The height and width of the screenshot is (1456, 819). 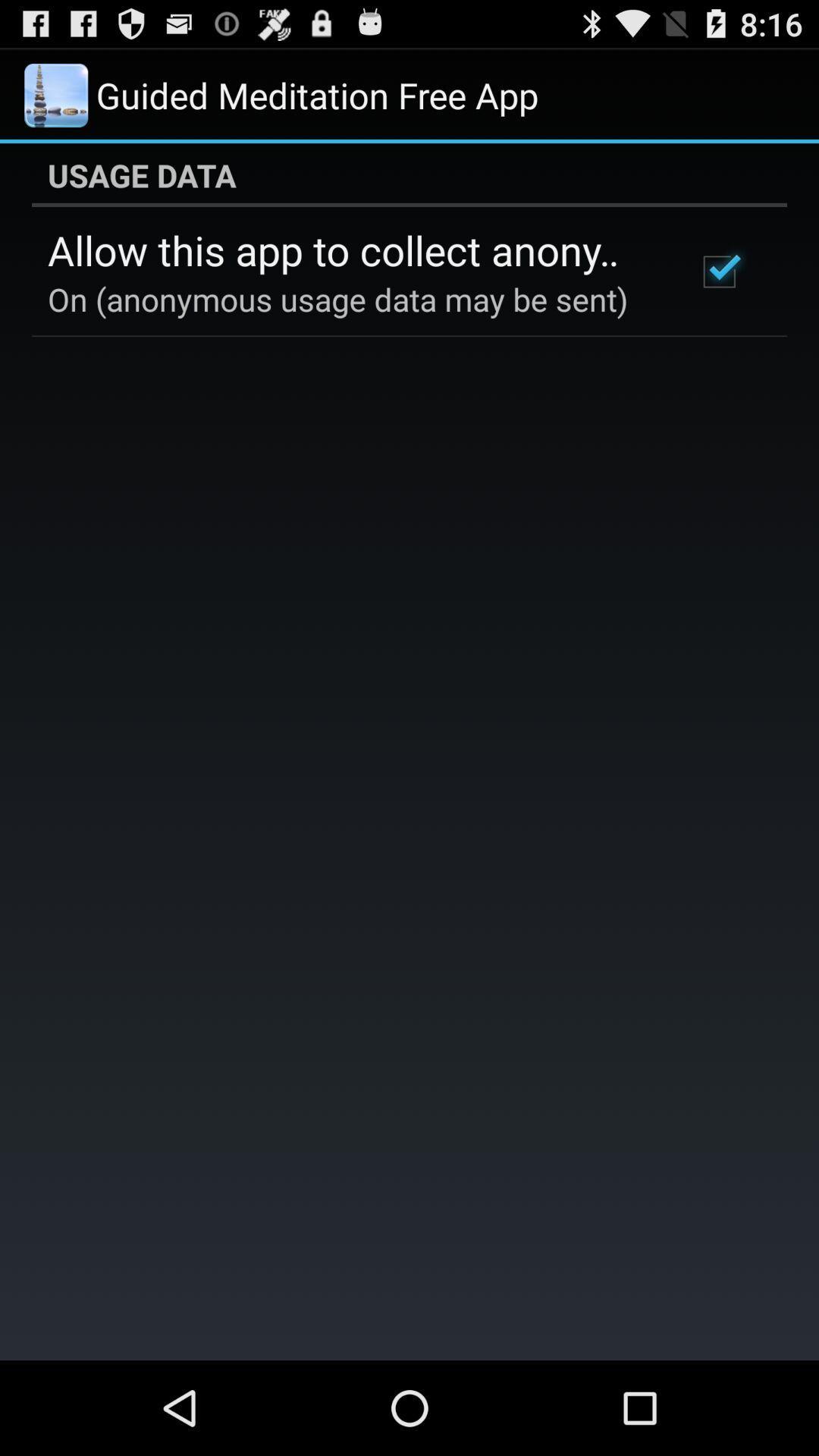 What do you see at coordinates (351, 249) in the screenshot?
I see `the app above on anonymous usage icon` at bounding box center [351, 249].